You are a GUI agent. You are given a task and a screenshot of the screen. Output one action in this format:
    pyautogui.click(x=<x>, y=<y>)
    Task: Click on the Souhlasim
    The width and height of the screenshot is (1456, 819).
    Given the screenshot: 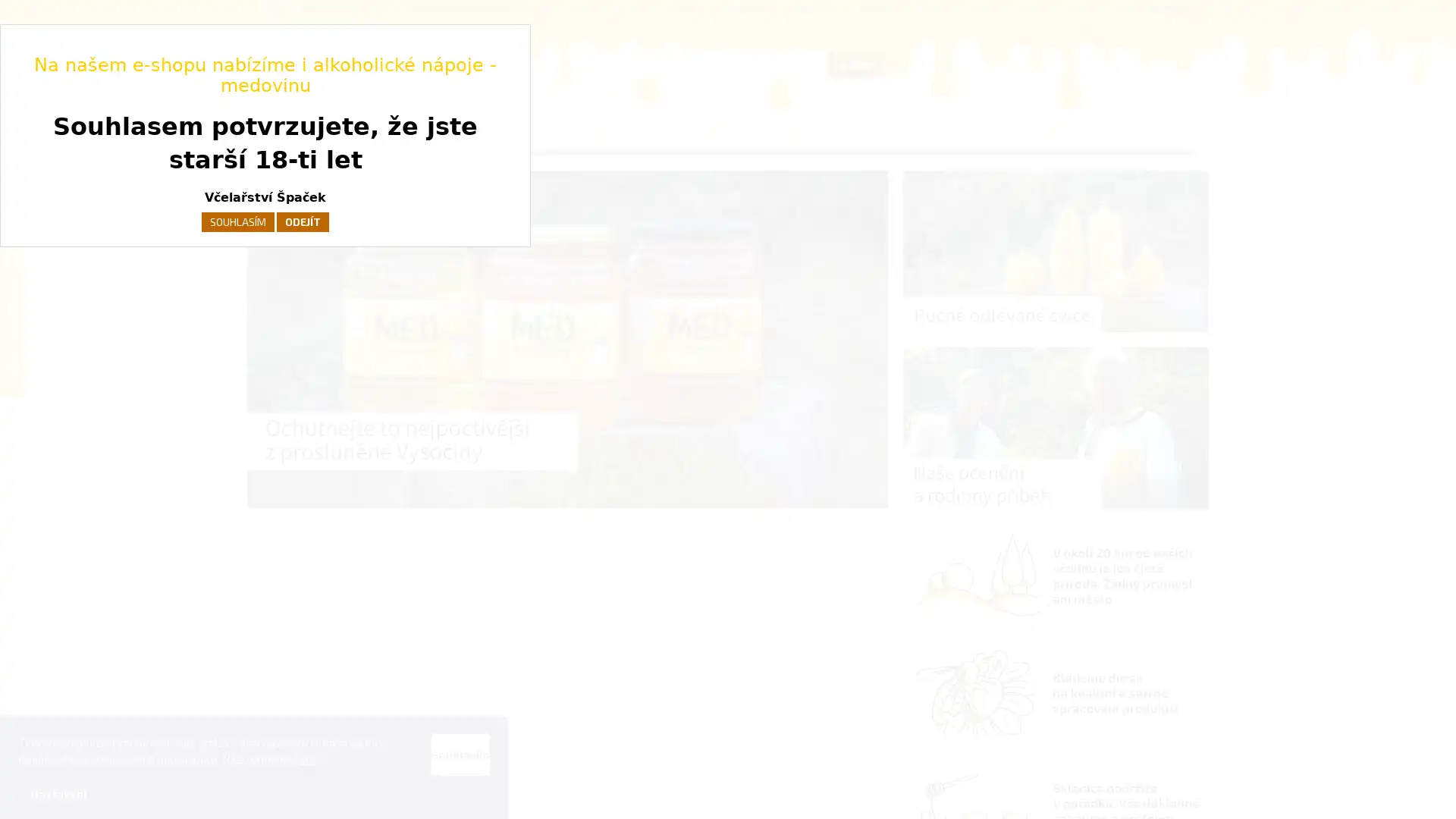 What is the action you would take?
    pyautogui.click(x=915, y=755)
    